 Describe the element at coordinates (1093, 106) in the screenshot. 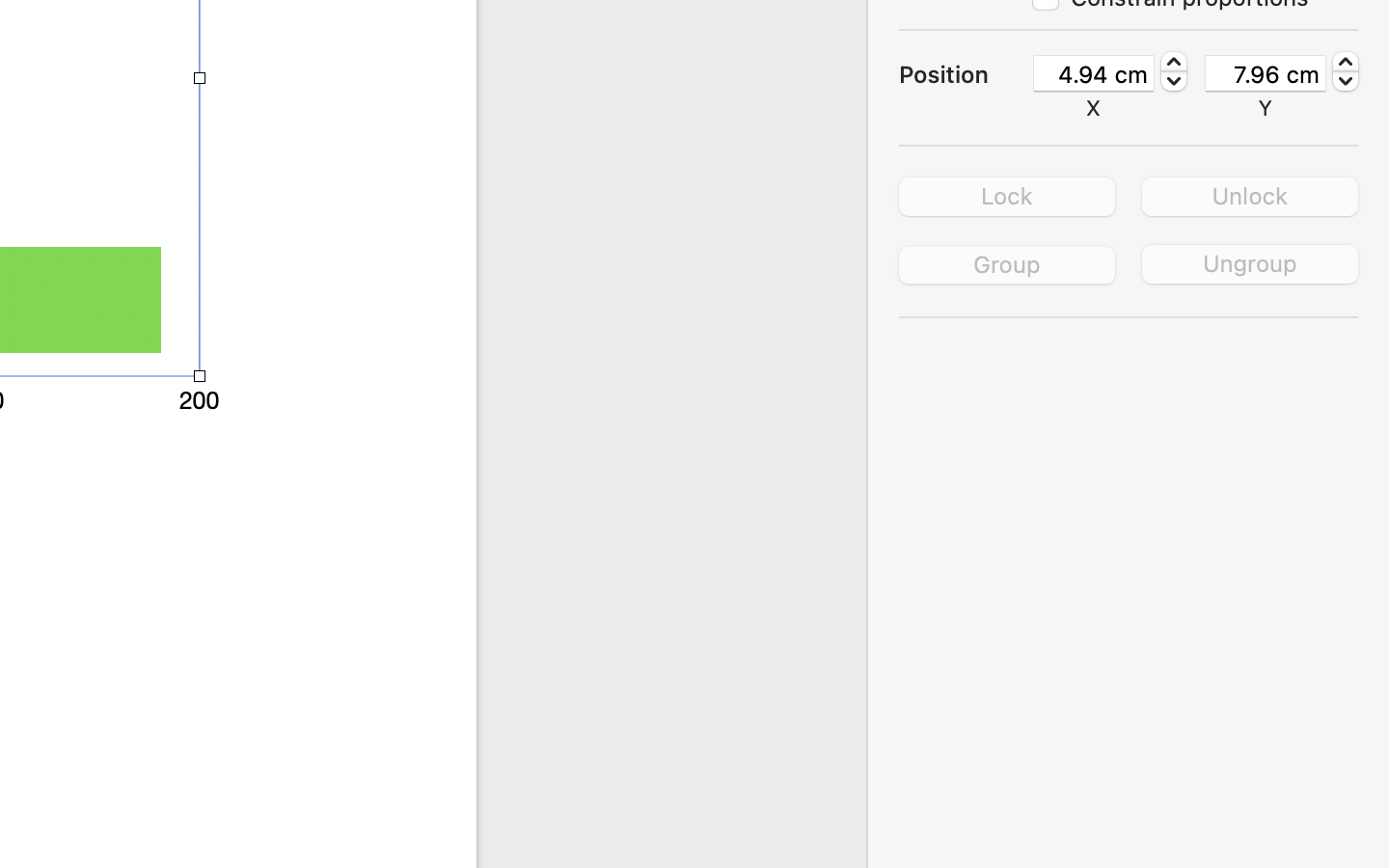

I see `'X'` at that location.